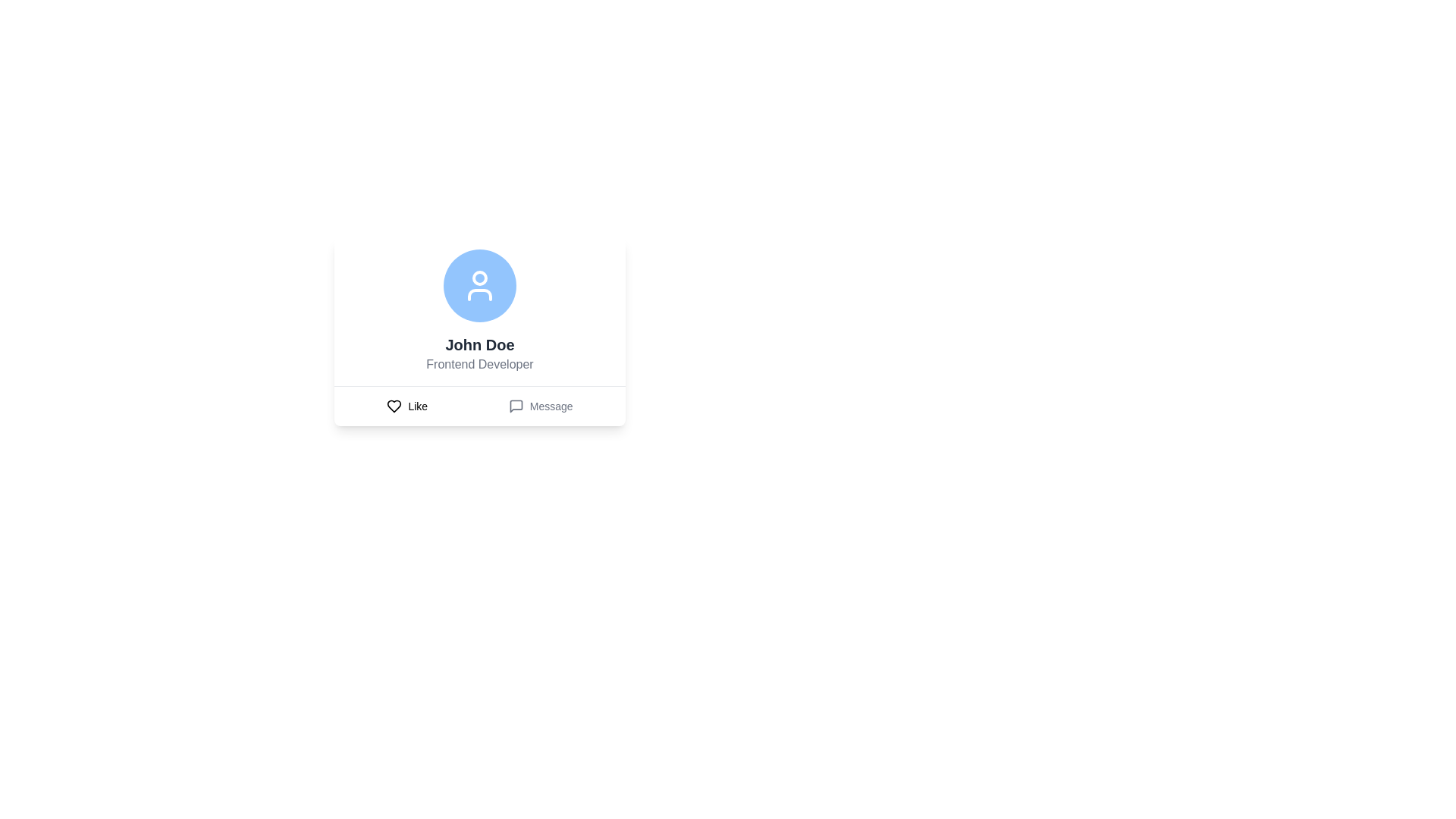 The width and height of the screenshot is (1456, 819). What do you see at coordinates (479, 365) in the screenshot?
I see `the text label displaying 'Frontend Developer' in gray font, which is located centrally within the card layout underneath the 'John Doe' text` at bounding box center [479, 365].